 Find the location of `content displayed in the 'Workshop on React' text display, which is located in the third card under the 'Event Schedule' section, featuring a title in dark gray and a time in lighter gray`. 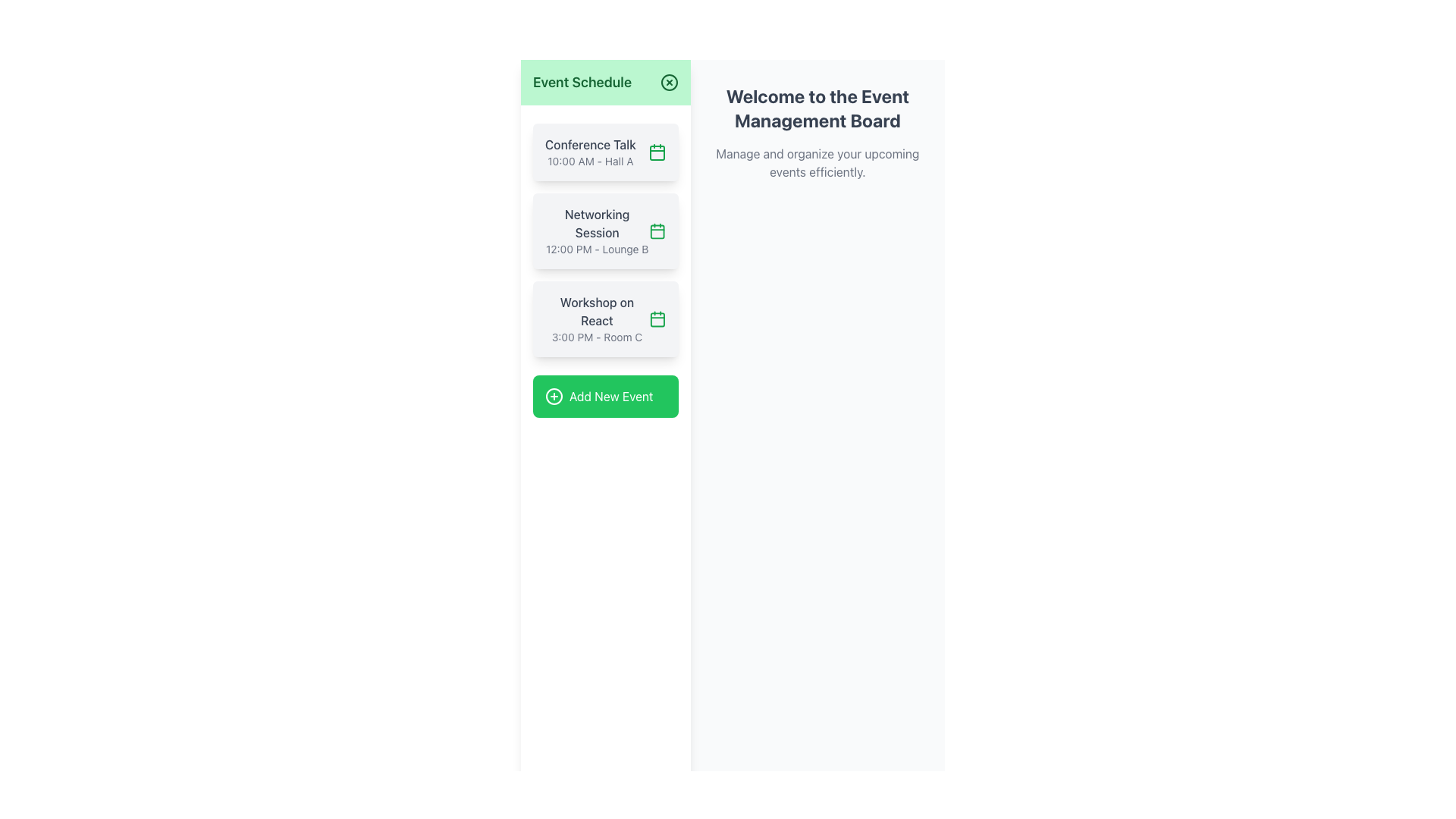

content displayed in the 'Workshop on React' text display, which is located in the third card under the 'Event Schedule' section, featuring a title in dark gray and a time in lighter gray is located at coordinates (596, 318).